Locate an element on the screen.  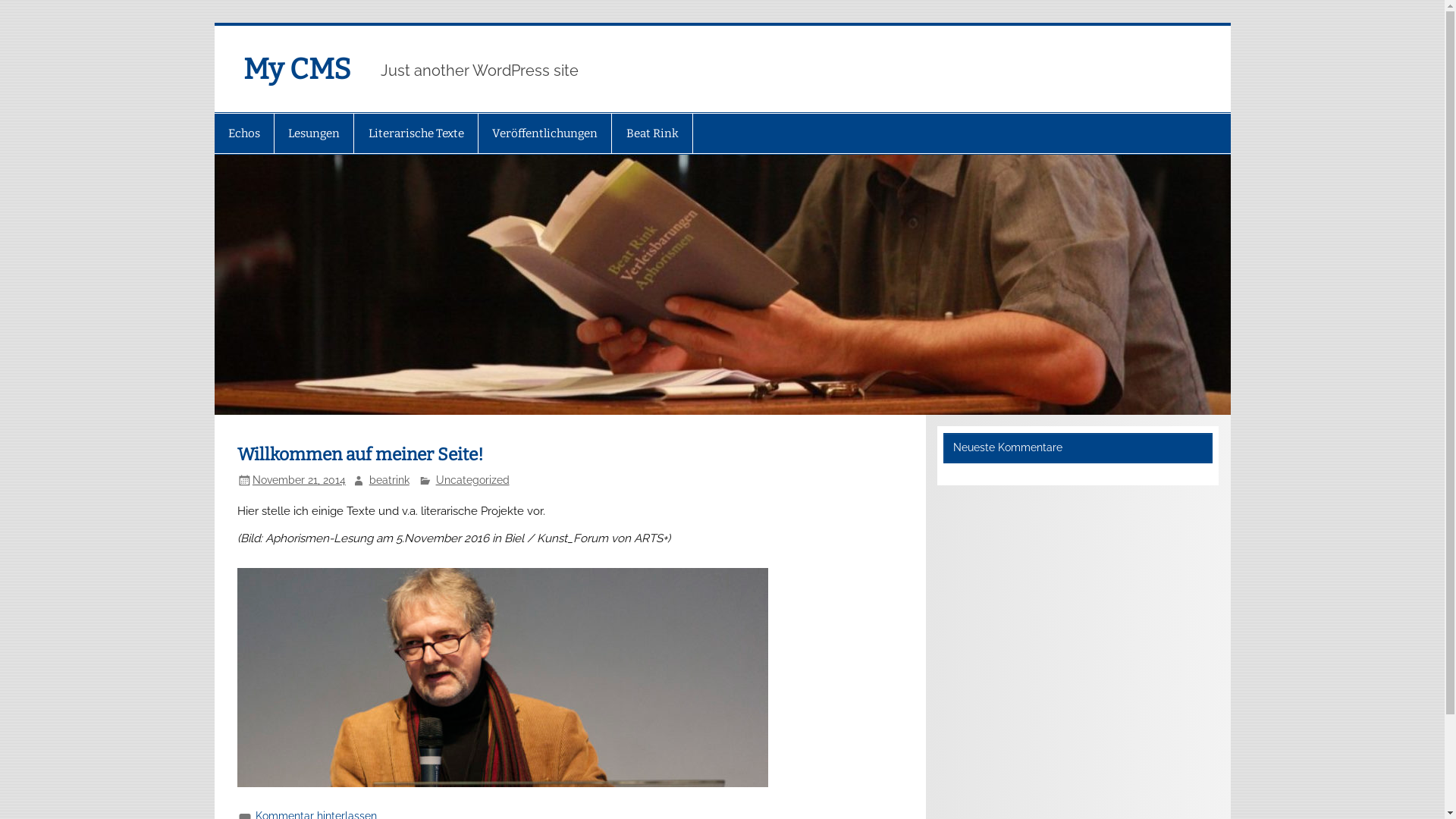
'beatrink' is located at coordinates (389, 479).